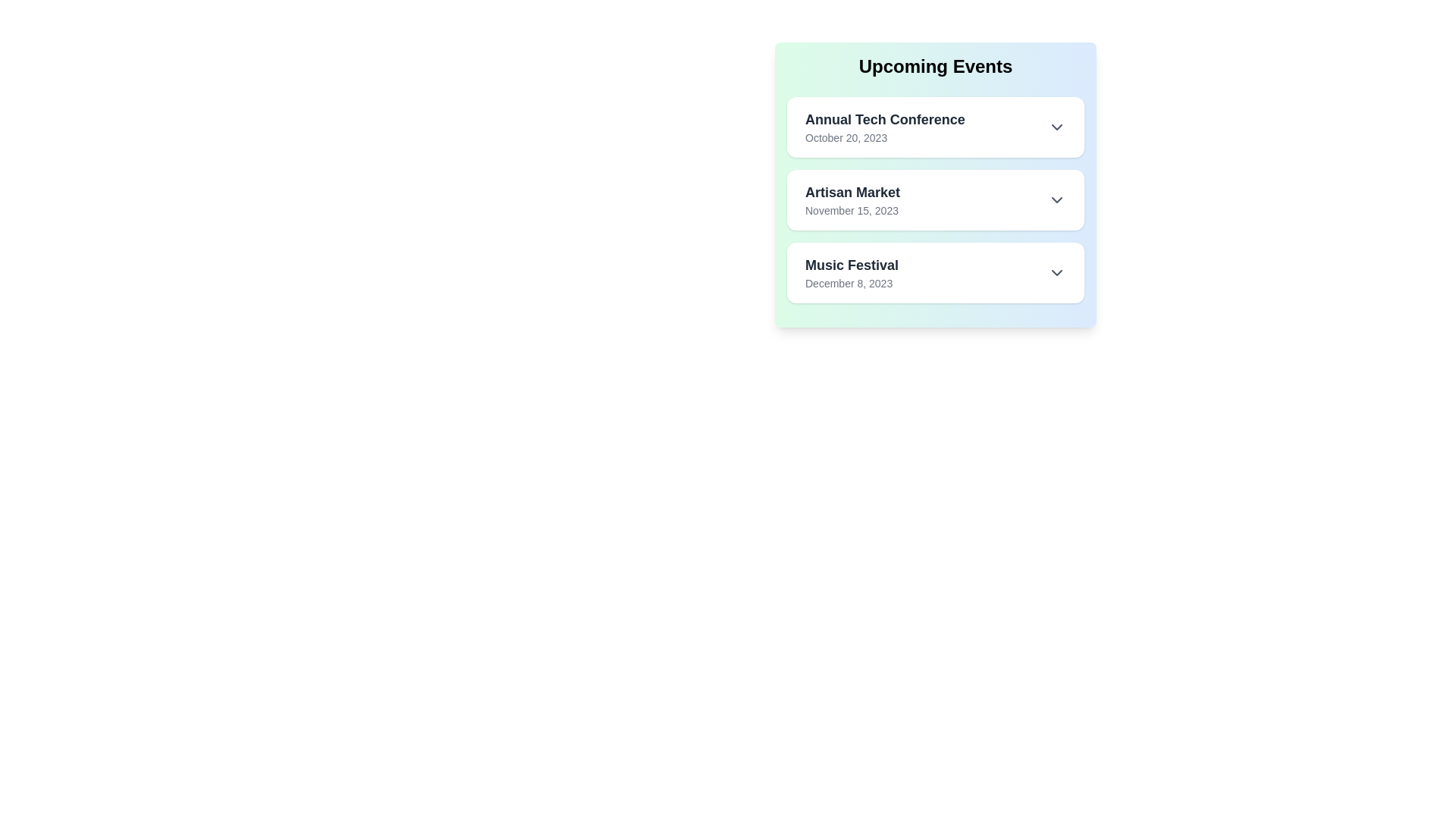  Describe the element at coordinates (1056, 271) in the screenshot. I see `the downward-facing chevron toggle icon, which is styled in gray and located beside the text 'December 8, 2023' under the 'Upcoming Events' header` at that location.